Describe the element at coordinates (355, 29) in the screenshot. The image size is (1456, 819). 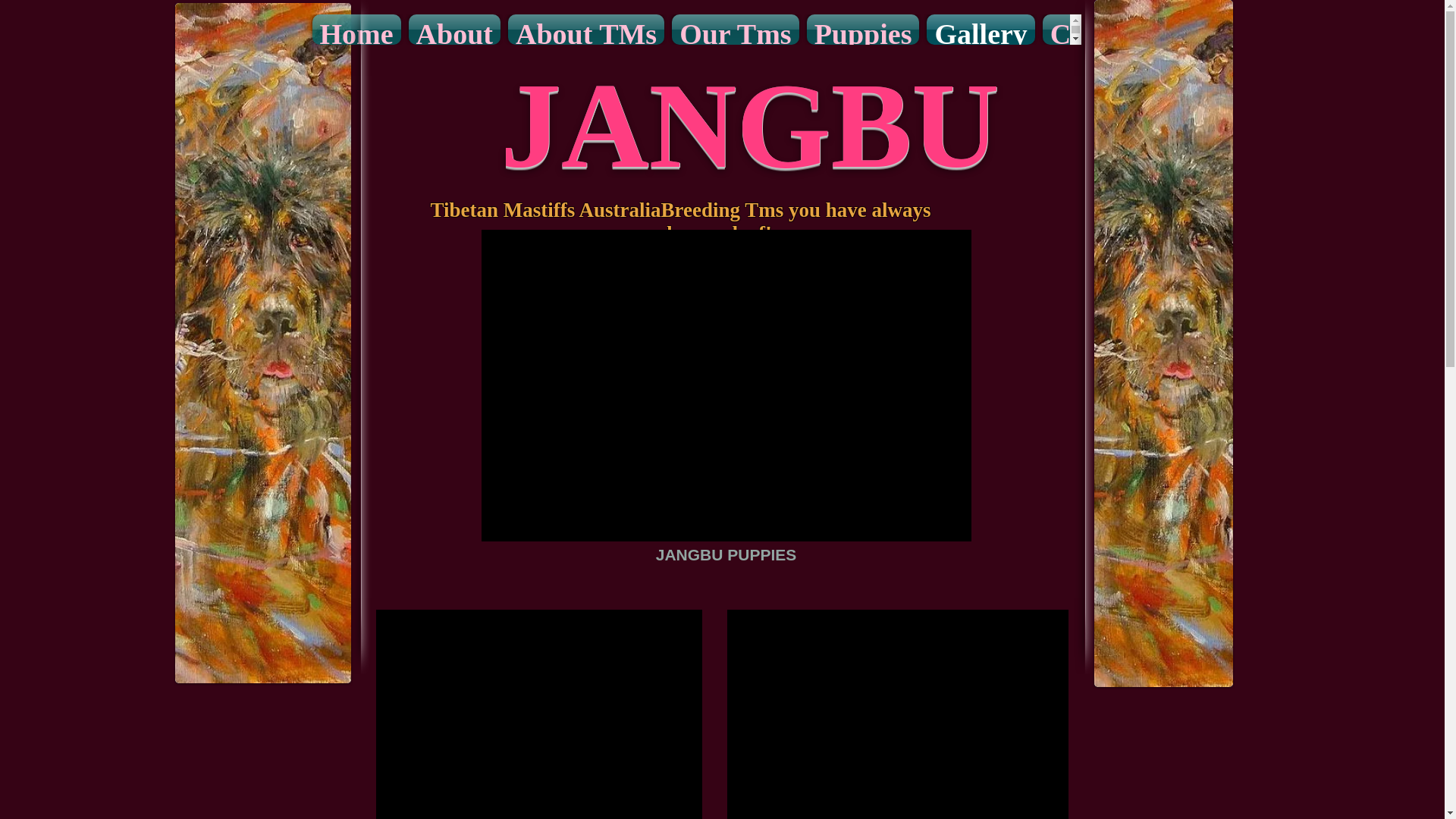
I see `'Home'` at that location.